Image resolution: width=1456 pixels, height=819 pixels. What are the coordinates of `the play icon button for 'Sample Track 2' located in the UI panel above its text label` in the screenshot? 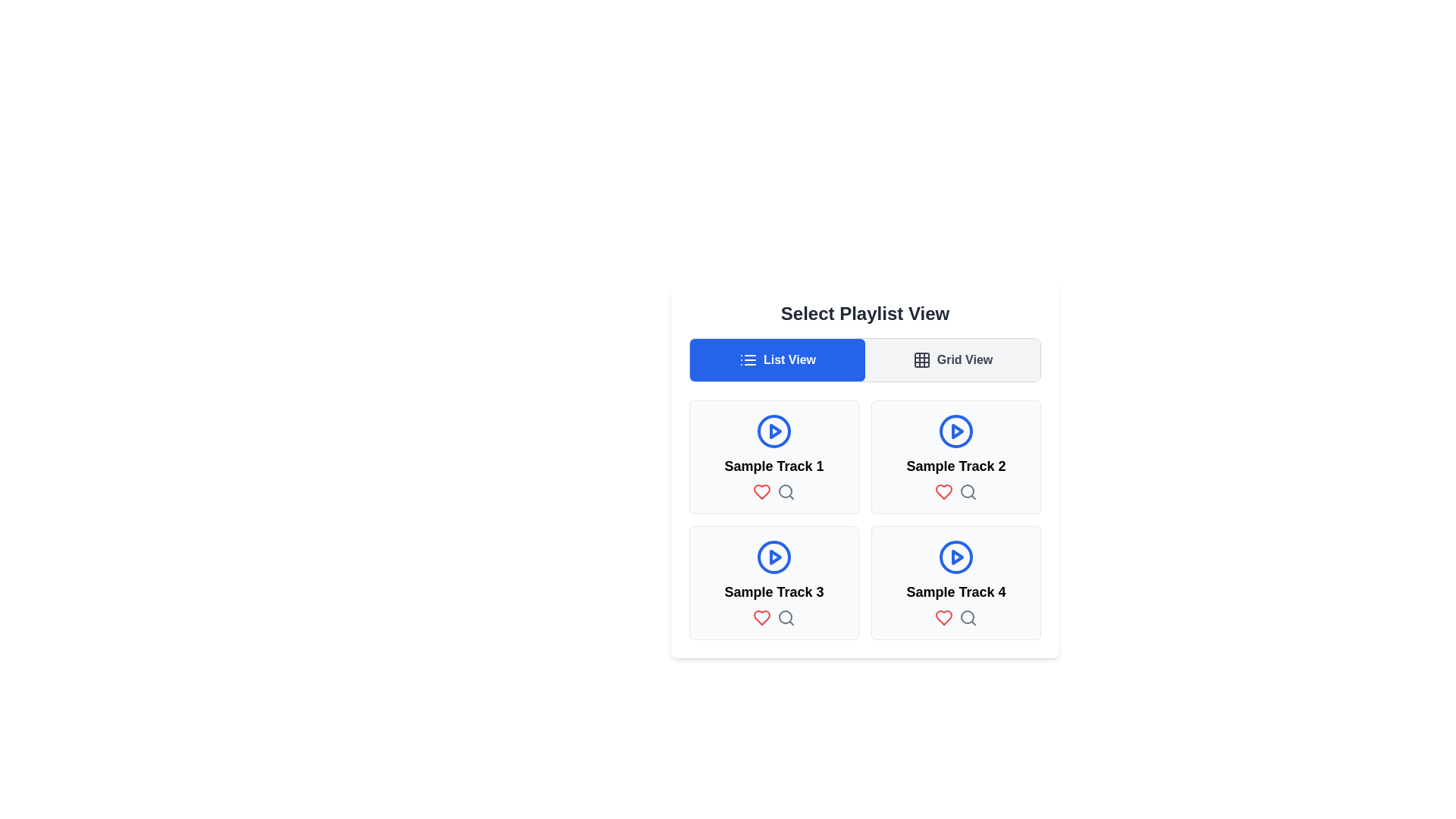 It's located at (955, 431).